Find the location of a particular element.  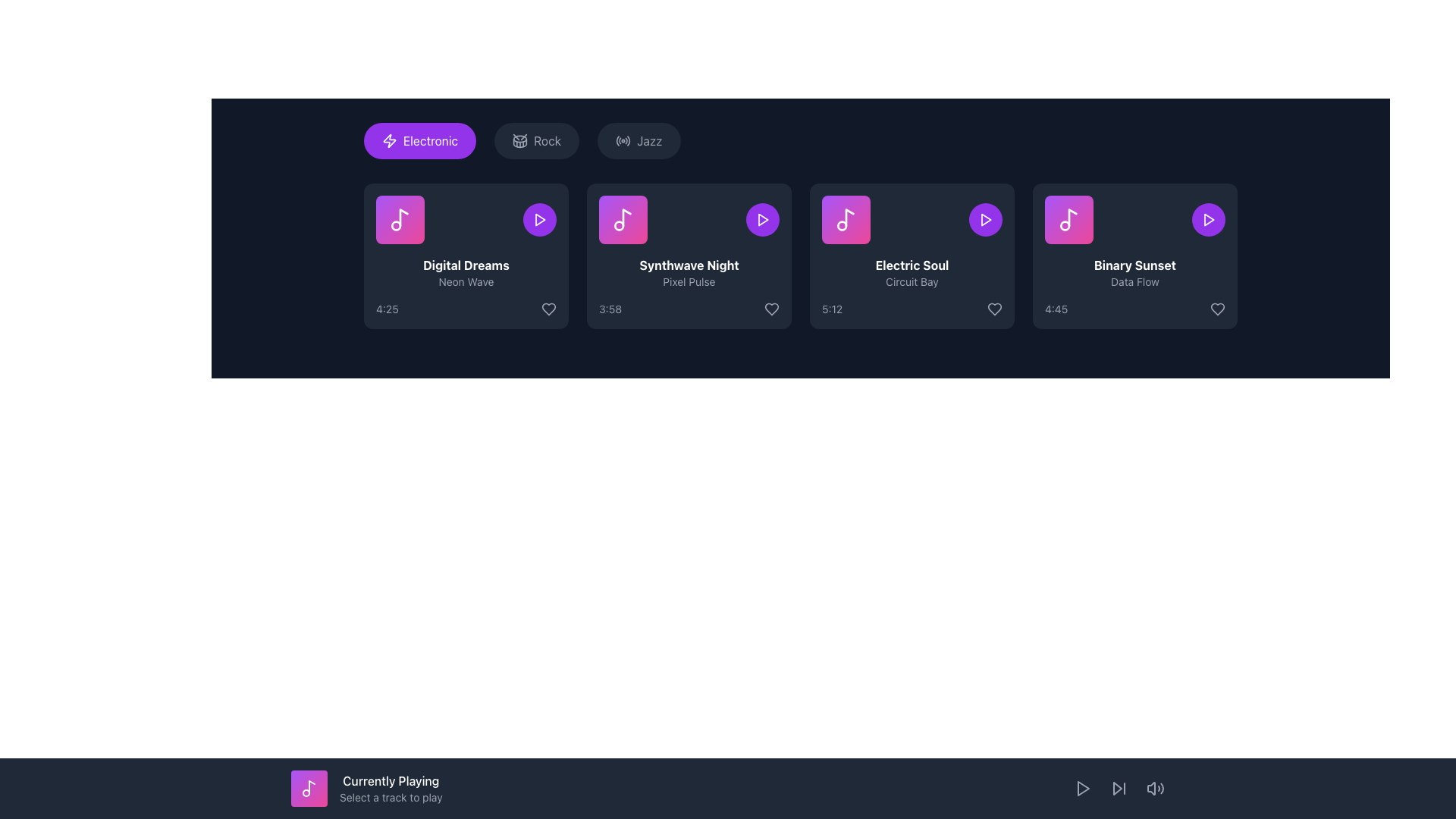

the text label displaying the runtime of the music item 'Binary Sunset' located in the bottom-left corner of the music card is located at coordinates (1056, 309).